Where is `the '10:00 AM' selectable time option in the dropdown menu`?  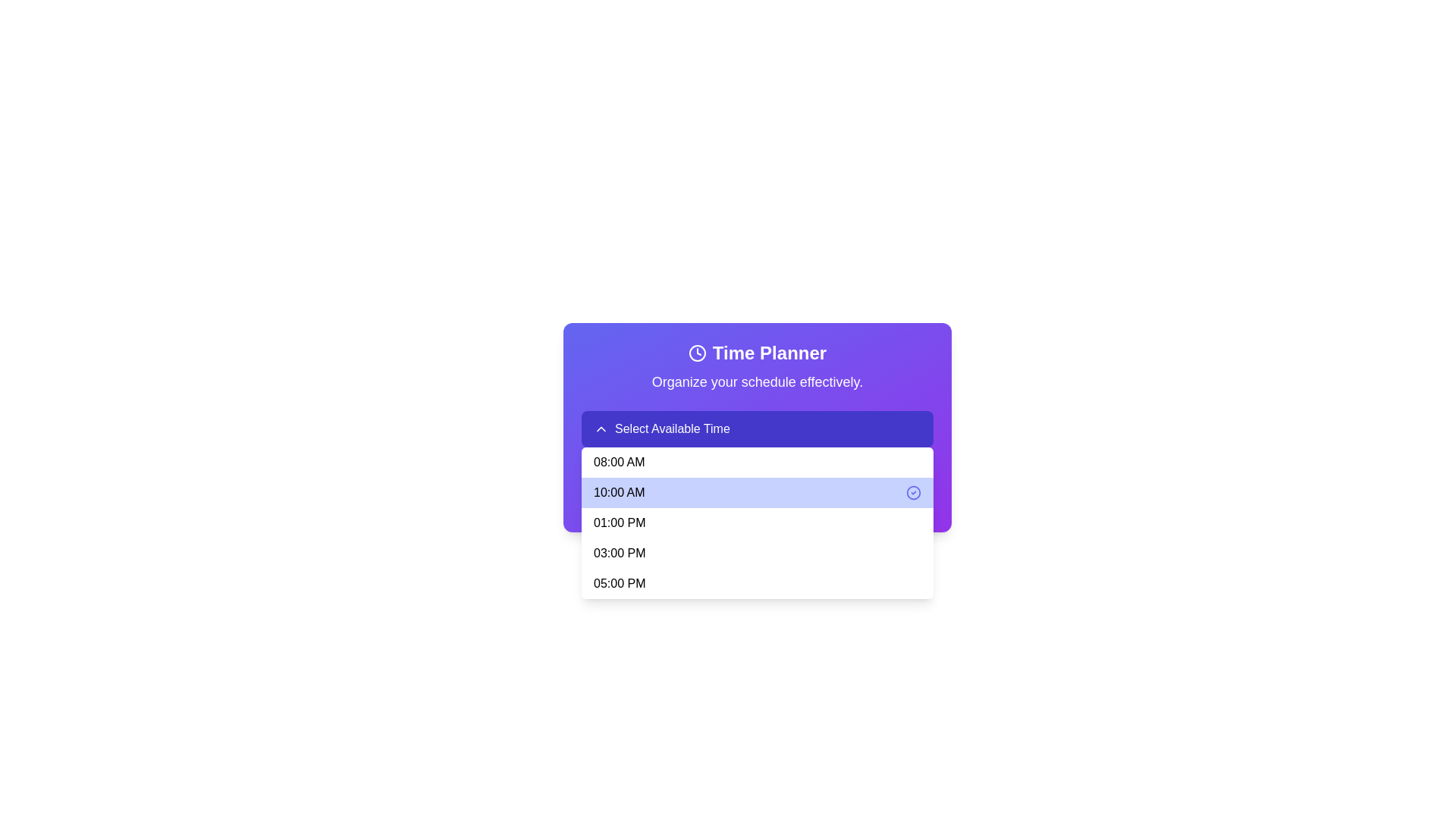 the '10:00 AM' selectable time option in the dropdown menu is located at coordinates (757, 493).